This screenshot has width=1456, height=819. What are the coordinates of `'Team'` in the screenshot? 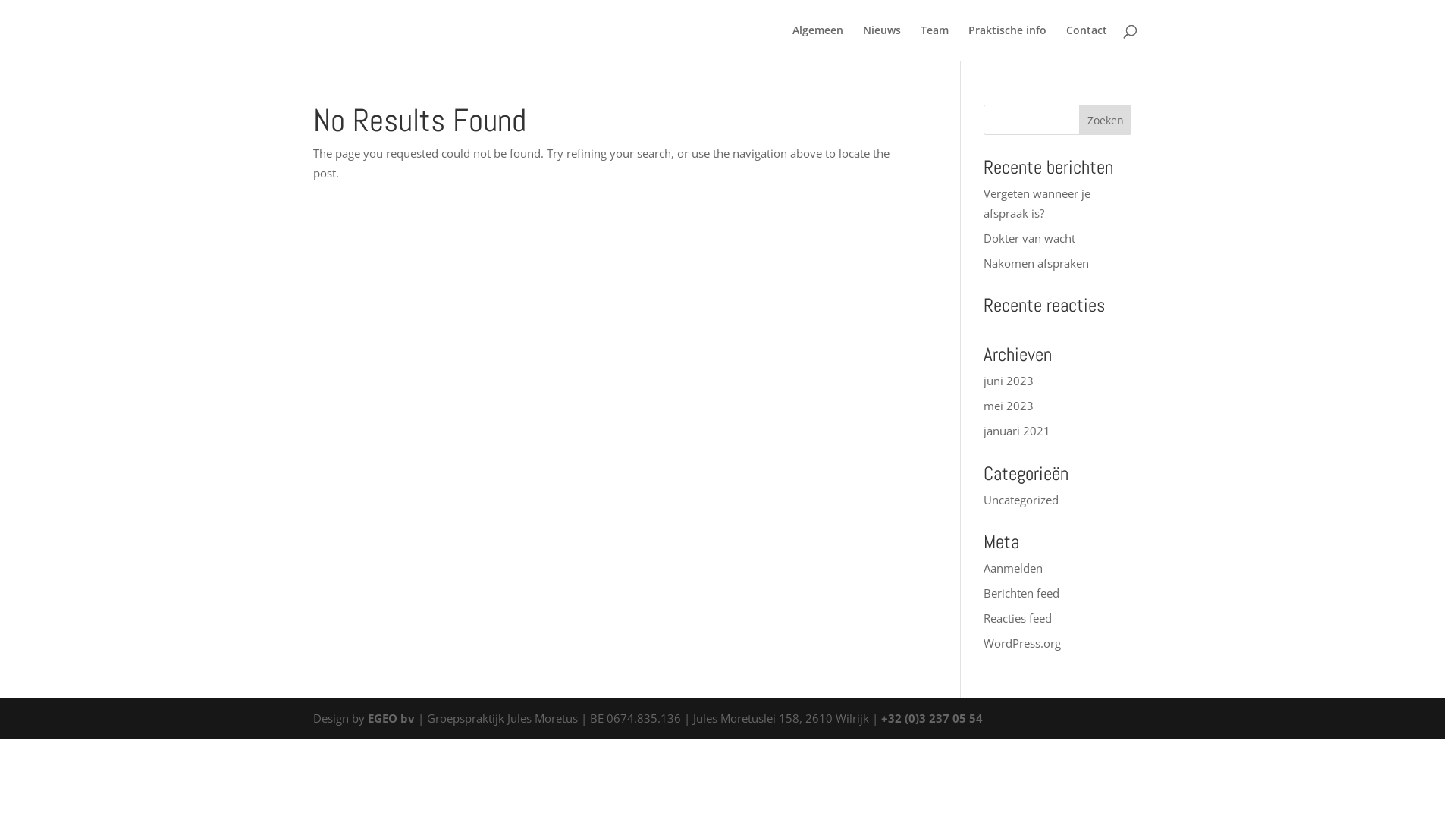 It's located at (934, 42).